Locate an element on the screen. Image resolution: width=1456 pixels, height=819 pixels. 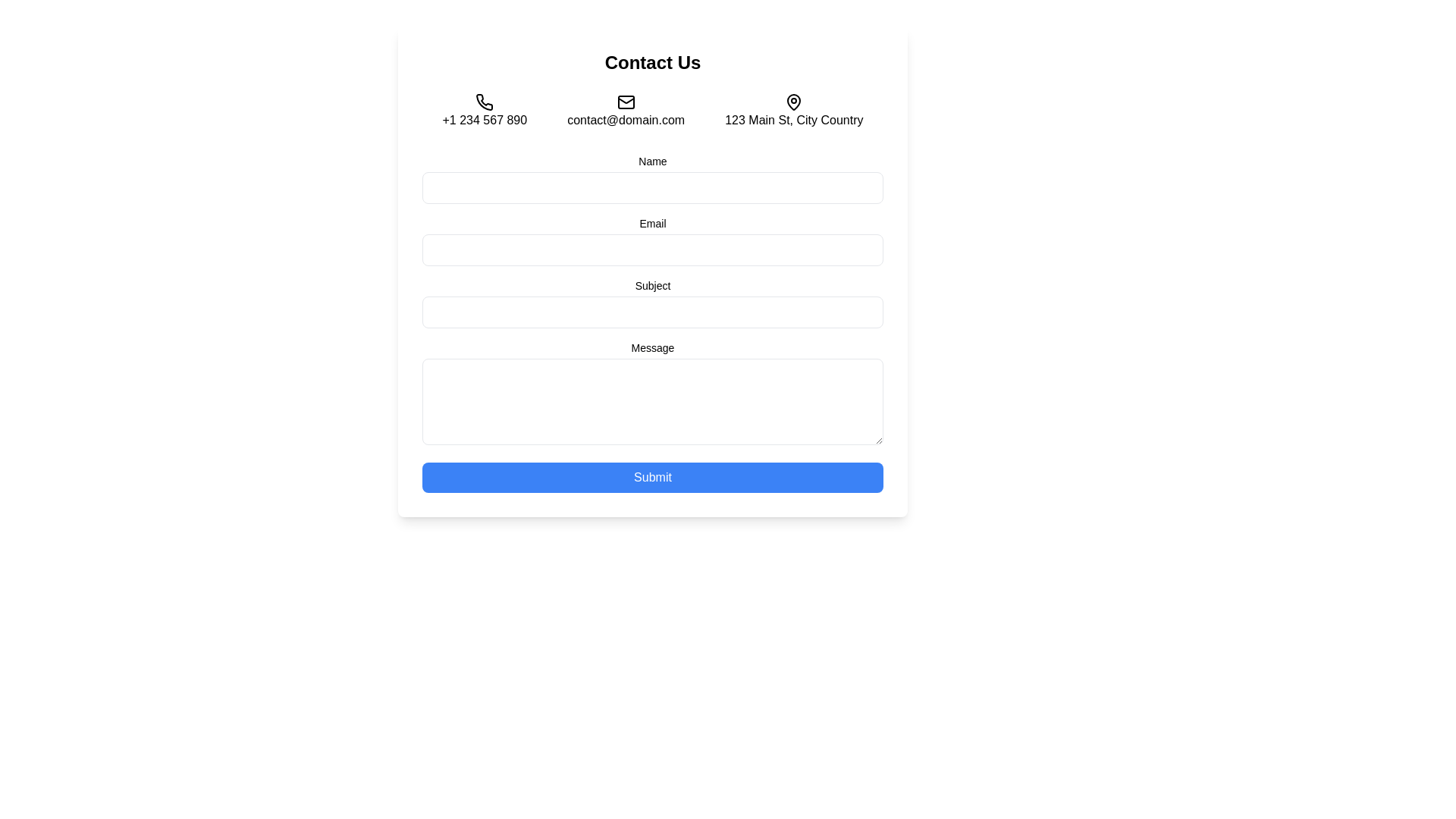
the Text header that serves as the title for the contact form section, located at the top-center of the interface above the contact information and form inputs is located at coordinates (652, 62).